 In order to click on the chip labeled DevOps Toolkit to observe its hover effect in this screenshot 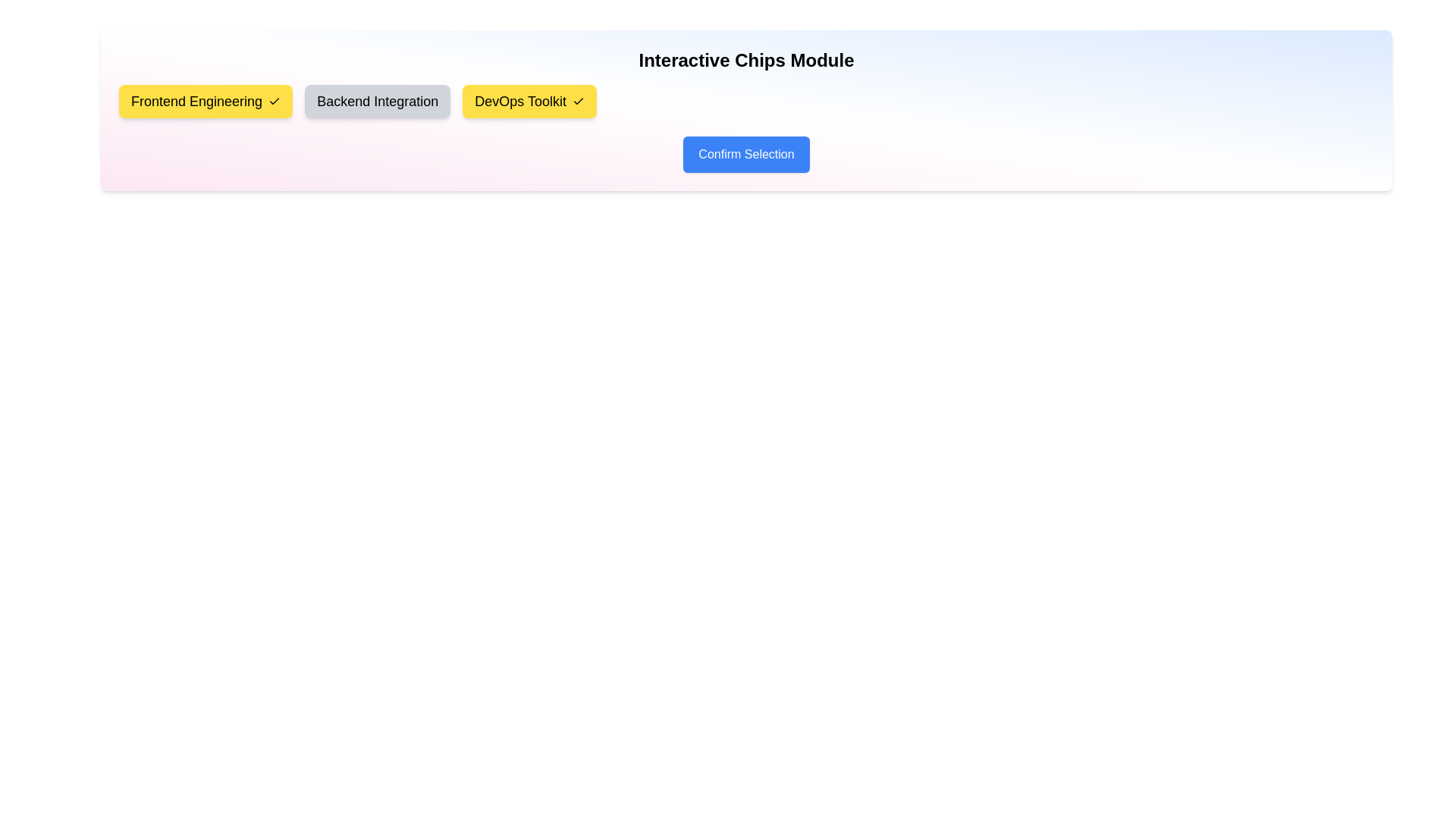, I will do `click(529, 102)`.